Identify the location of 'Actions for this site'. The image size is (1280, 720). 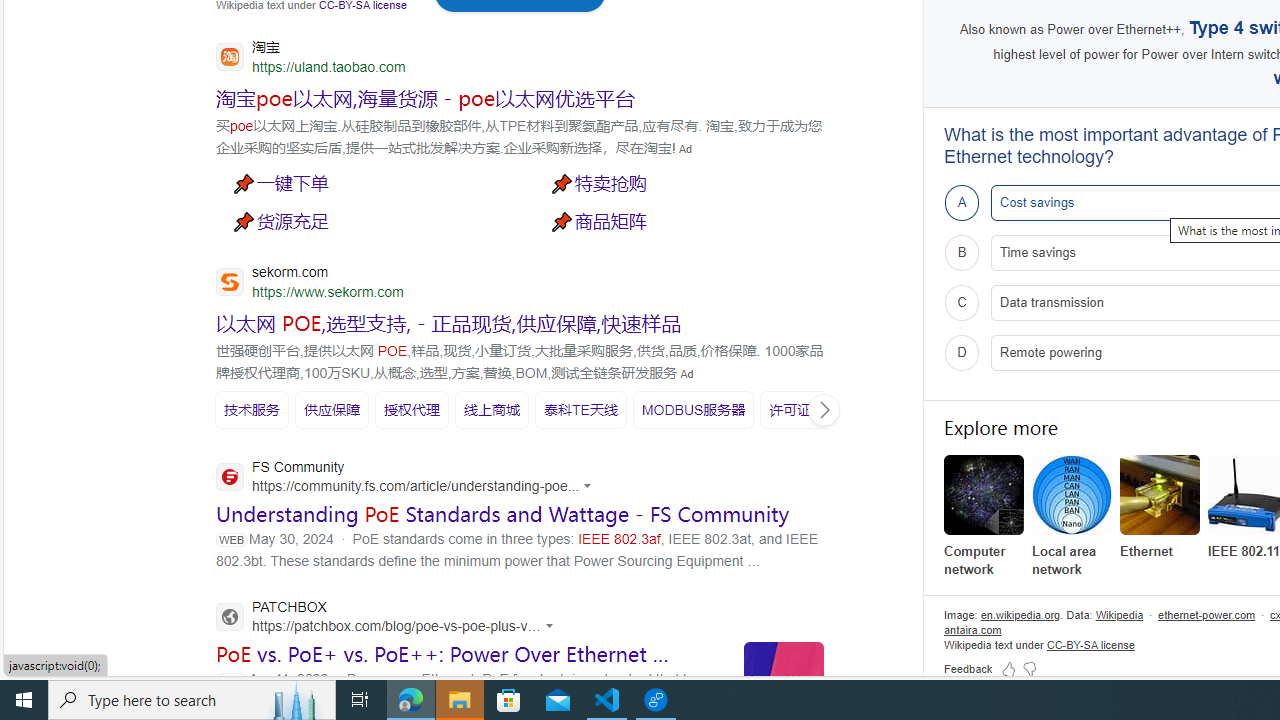
(552, 625).